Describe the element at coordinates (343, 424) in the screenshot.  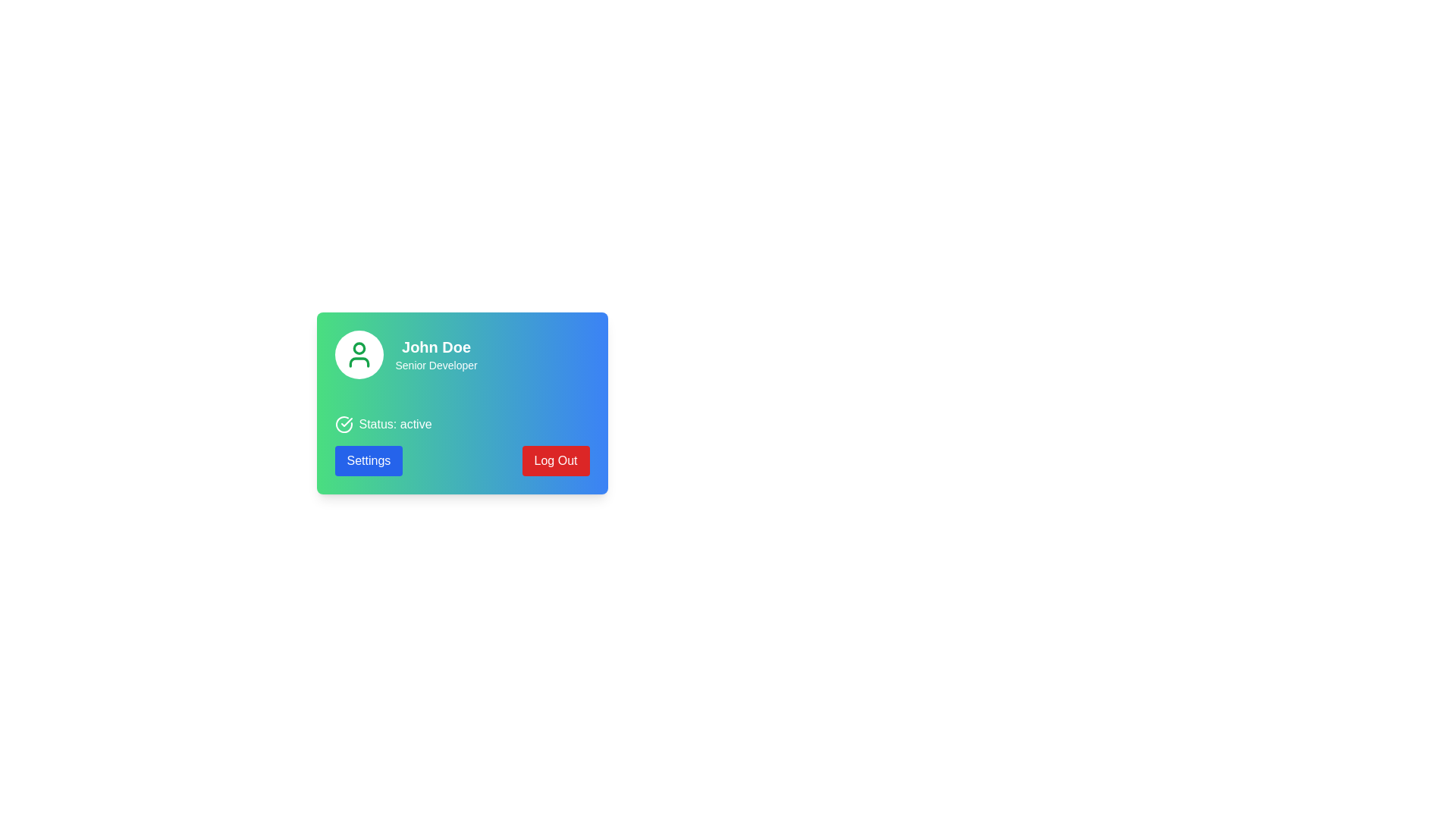
I see `the circular outline SVG graphic icon featuring a stylized checkmark, located in the status information section of the user profile card, to the left of the 'Status: active' label` at that location.